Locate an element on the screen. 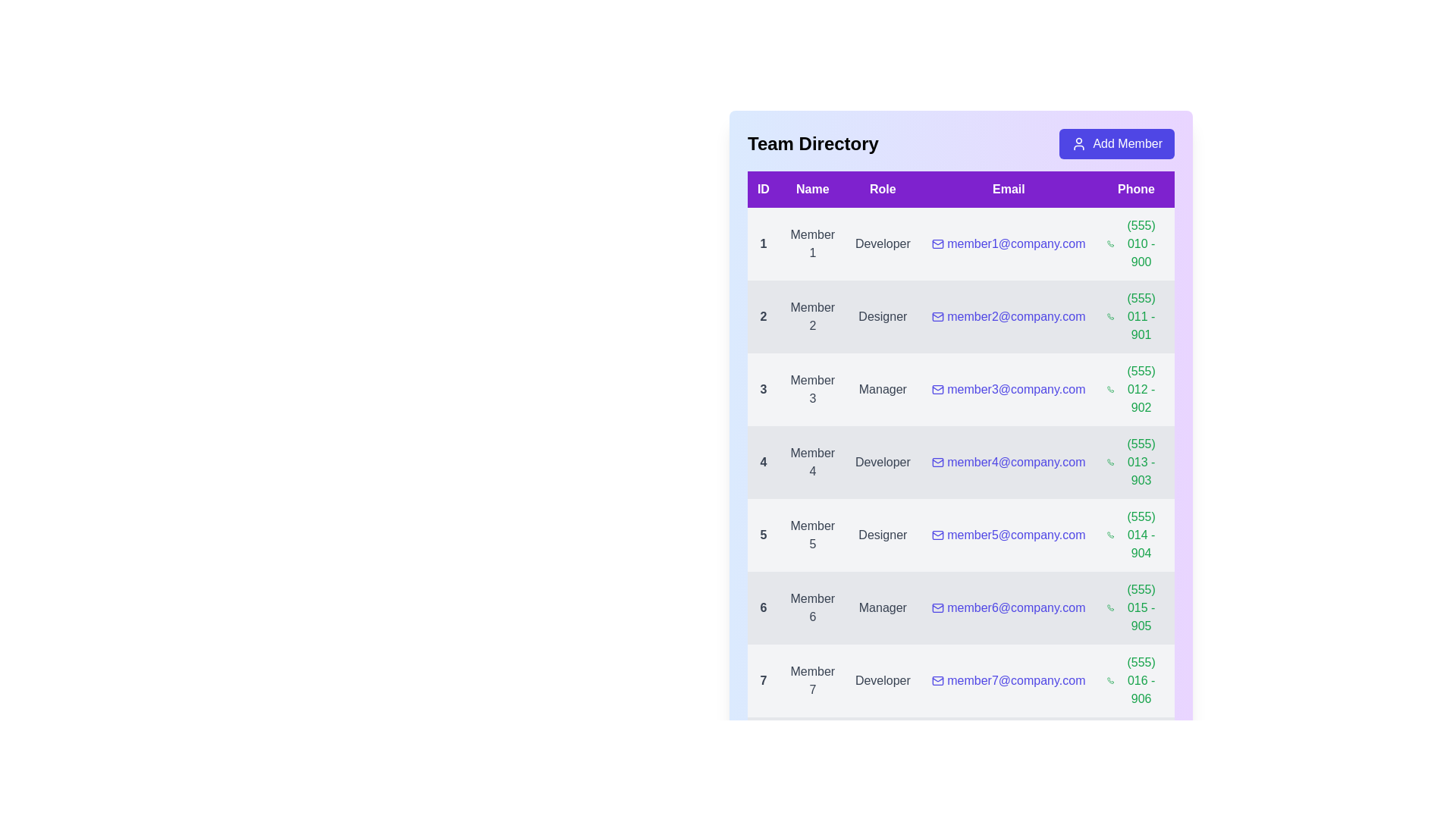 The height and width of the screenshot is (819, 1456). the phone number (555) 016 - 906 to initiate a call is located at coordinates (1136, 680).